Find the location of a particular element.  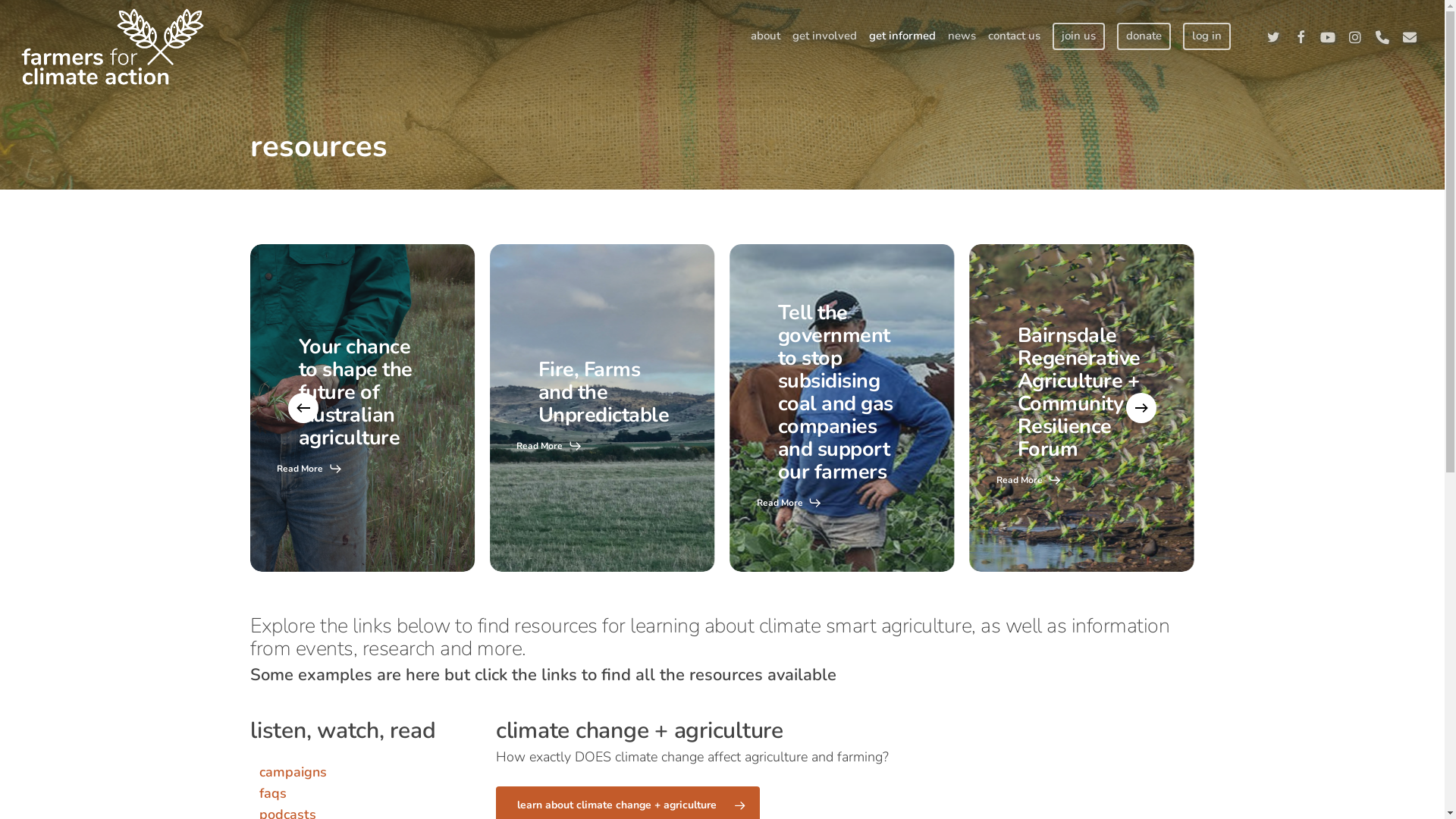

'join us' is located at coordinates (1051, 35).